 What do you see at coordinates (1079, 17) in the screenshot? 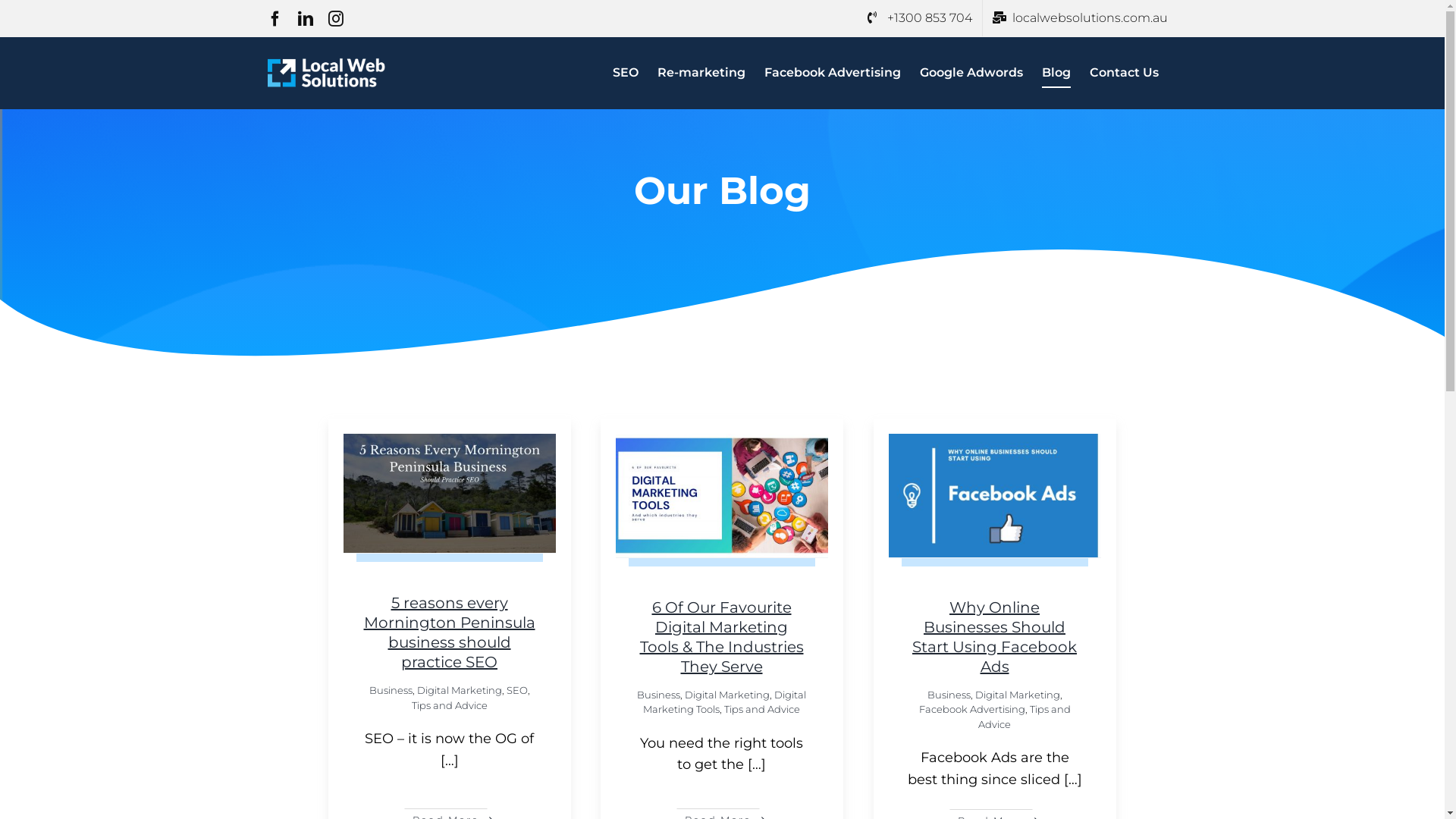
I see `'localwebsolutions.com.au'` at bounding box center [1079, 17].